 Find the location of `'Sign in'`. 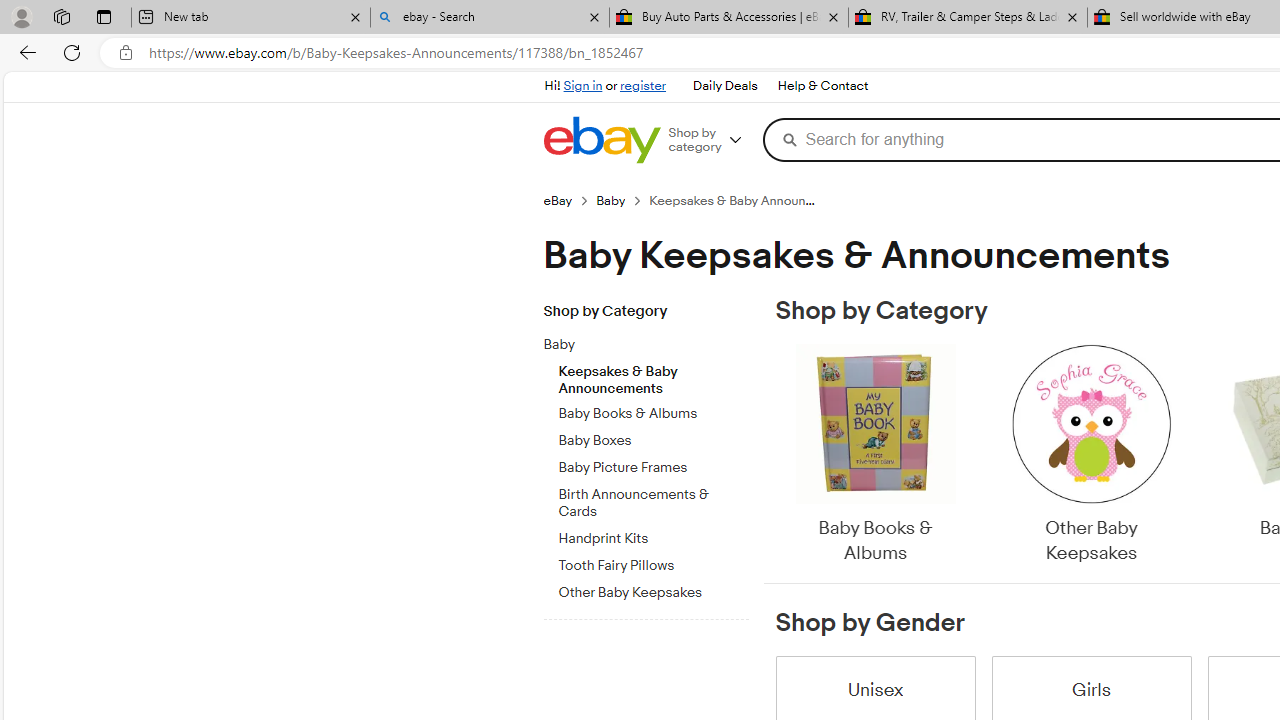

'Sign in' is located at coordinates (582, 85).